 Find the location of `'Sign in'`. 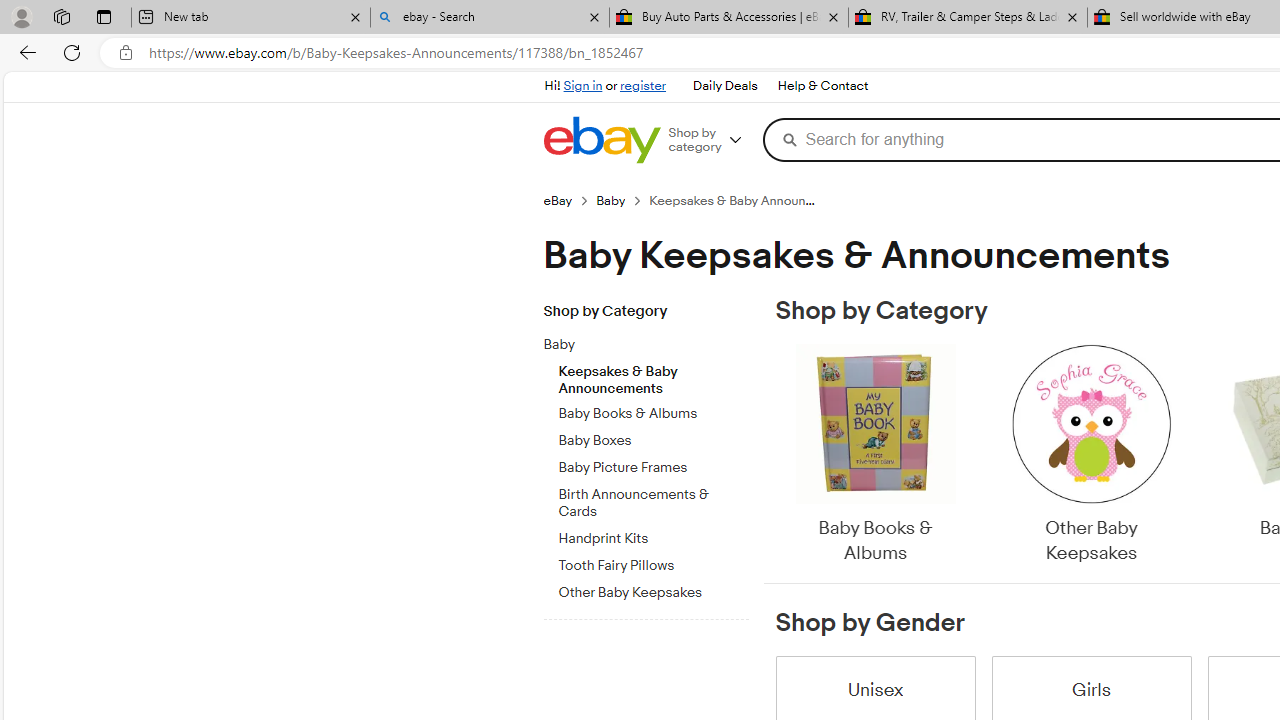

'Sign in' is located at coordinates (582, 85).